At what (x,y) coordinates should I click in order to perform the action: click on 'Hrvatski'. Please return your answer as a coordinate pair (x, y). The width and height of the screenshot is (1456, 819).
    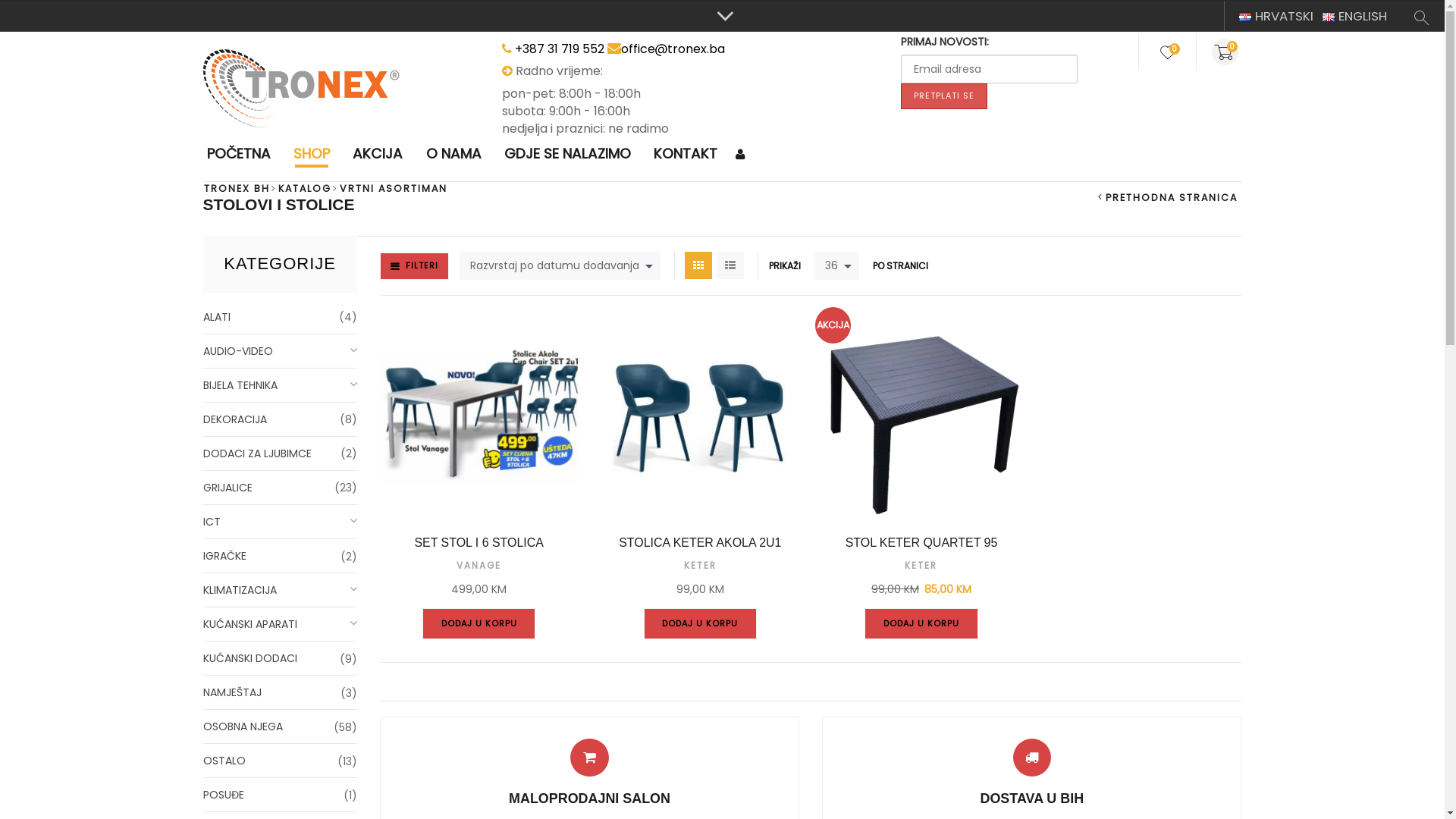
    Looking at the image, I should click on (1238, 17).